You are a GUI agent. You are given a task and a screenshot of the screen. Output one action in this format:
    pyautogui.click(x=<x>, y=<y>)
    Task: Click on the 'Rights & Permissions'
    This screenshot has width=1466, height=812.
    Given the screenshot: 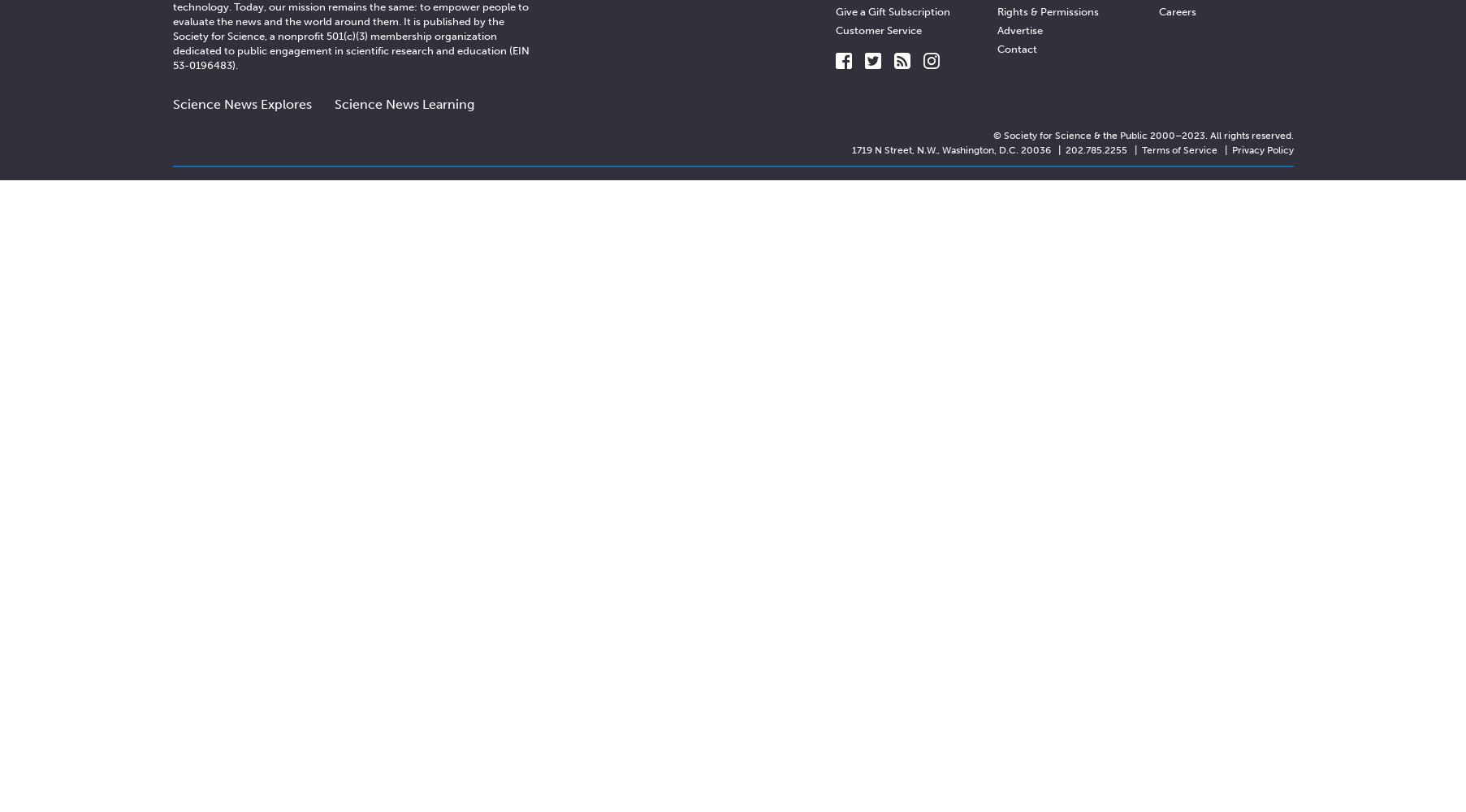 What is the action you would take?
    pyautogui.click(x=1047, y=11)
    